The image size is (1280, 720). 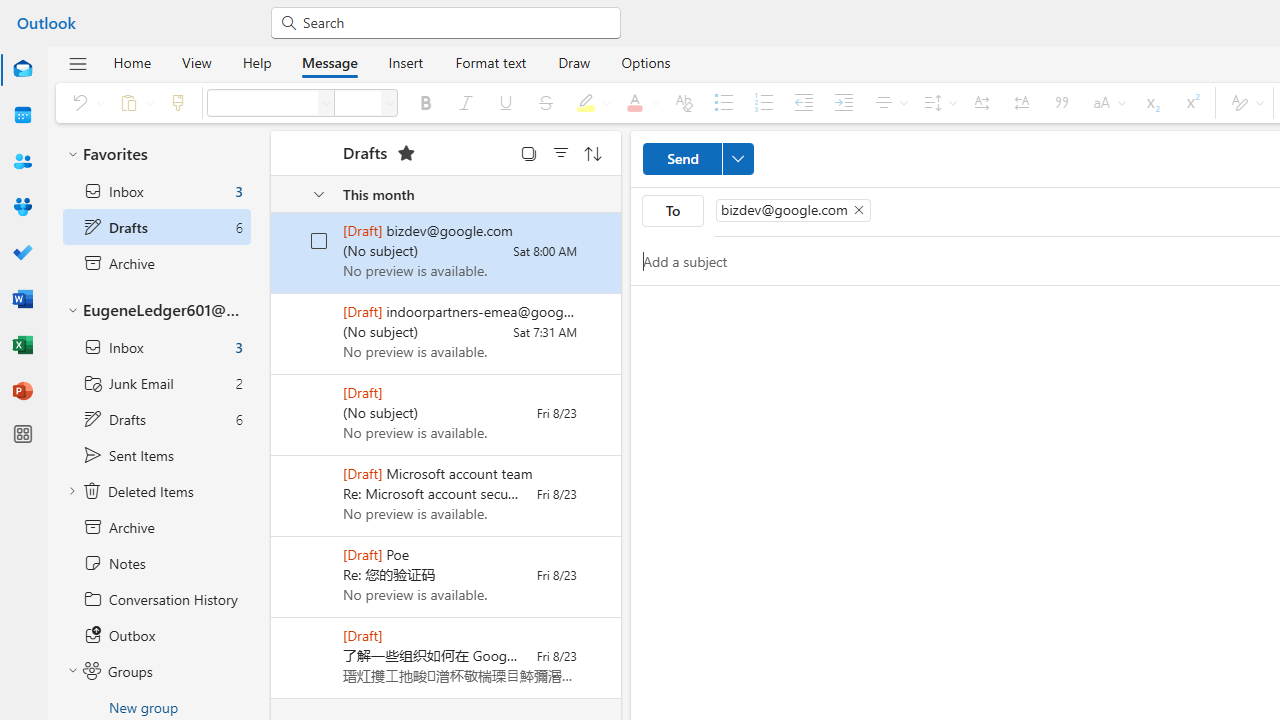 What do you see at coordinates (490, 61) in the screenshot?
I see `'Format text'` at bounding box center [490, 61].